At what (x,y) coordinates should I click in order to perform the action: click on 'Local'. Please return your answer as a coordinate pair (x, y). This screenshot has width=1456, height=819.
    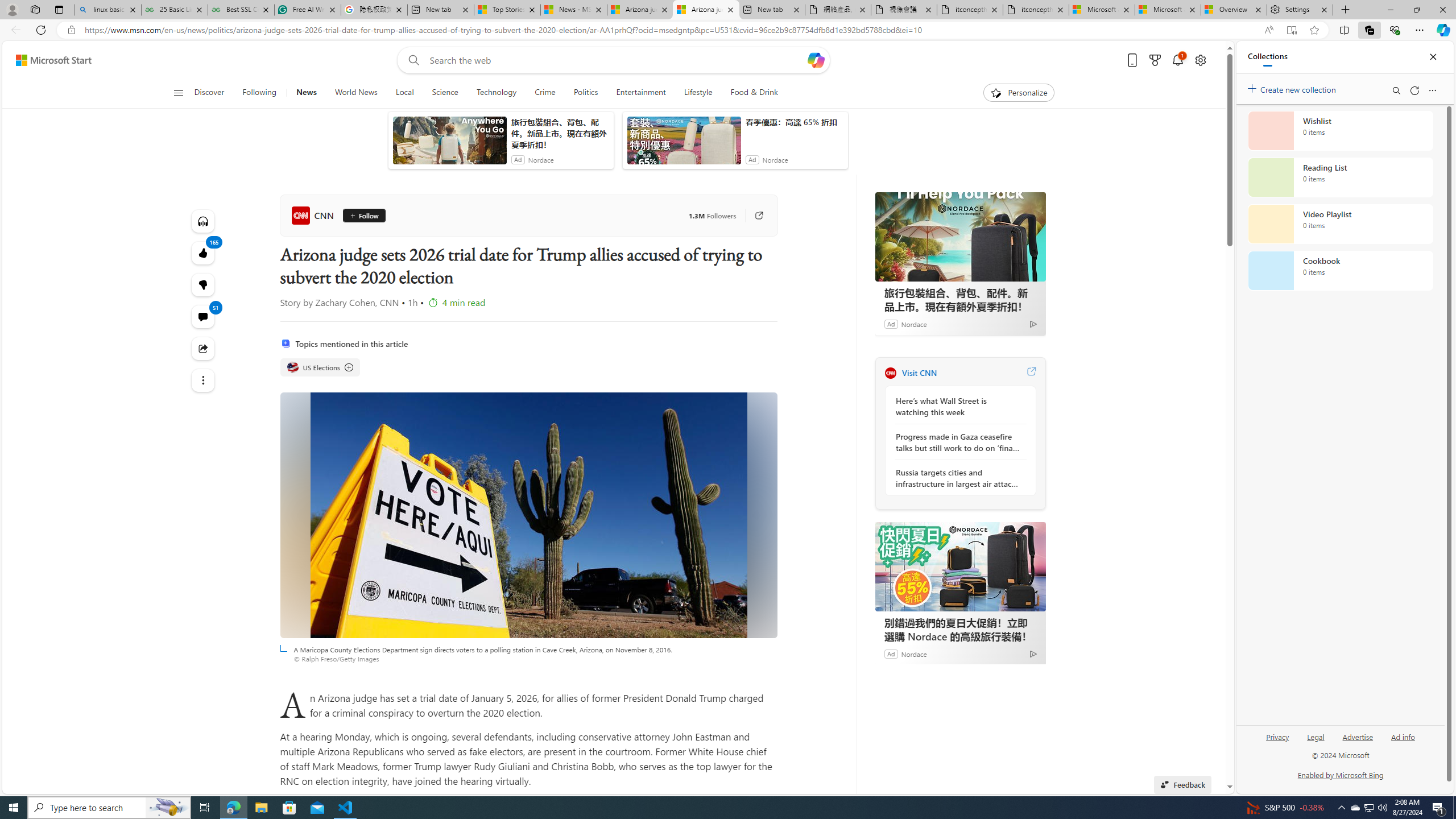
    Looking at the image, I should click on (404, 92).